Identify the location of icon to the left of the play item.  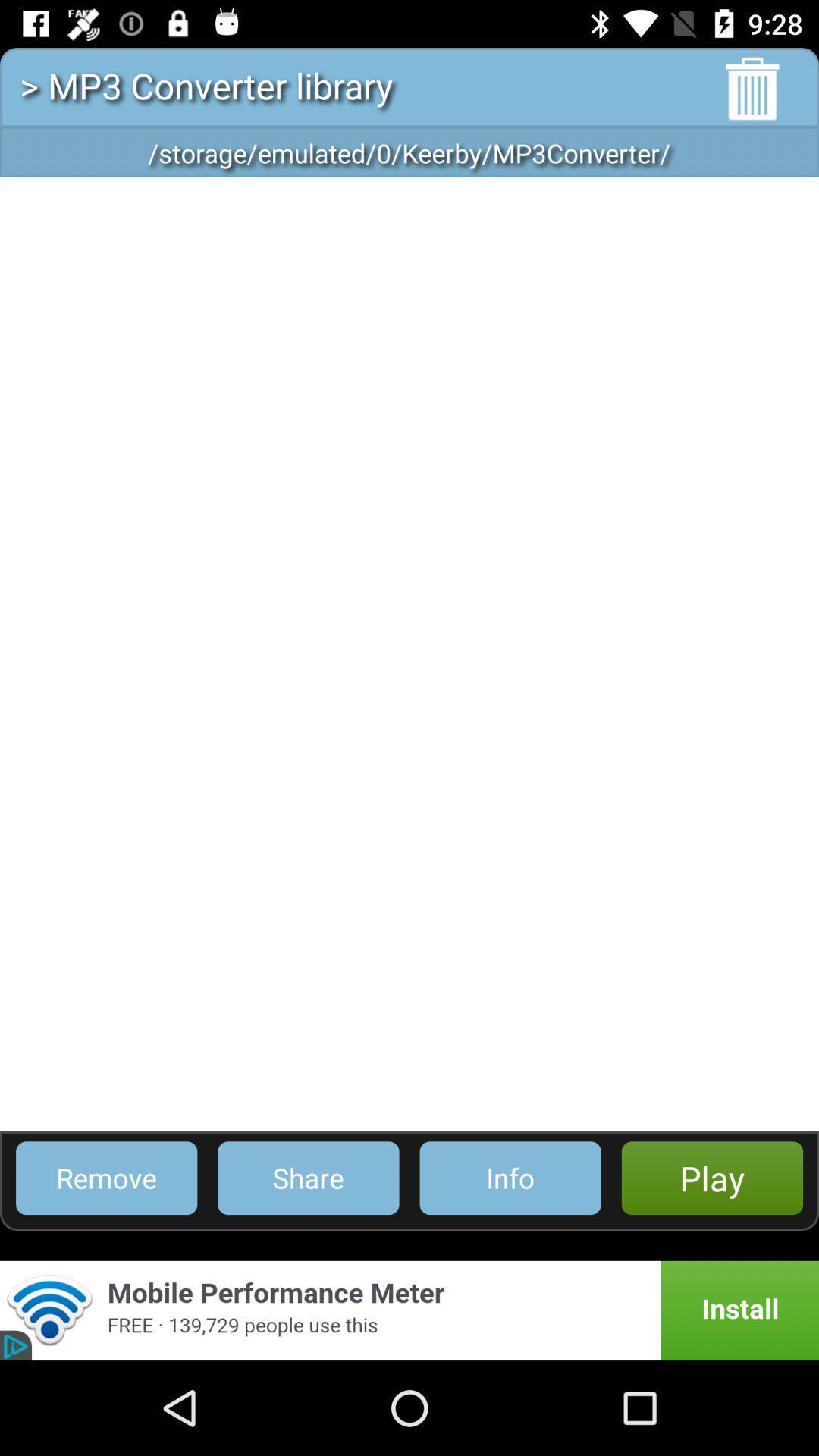
(510, 1177).